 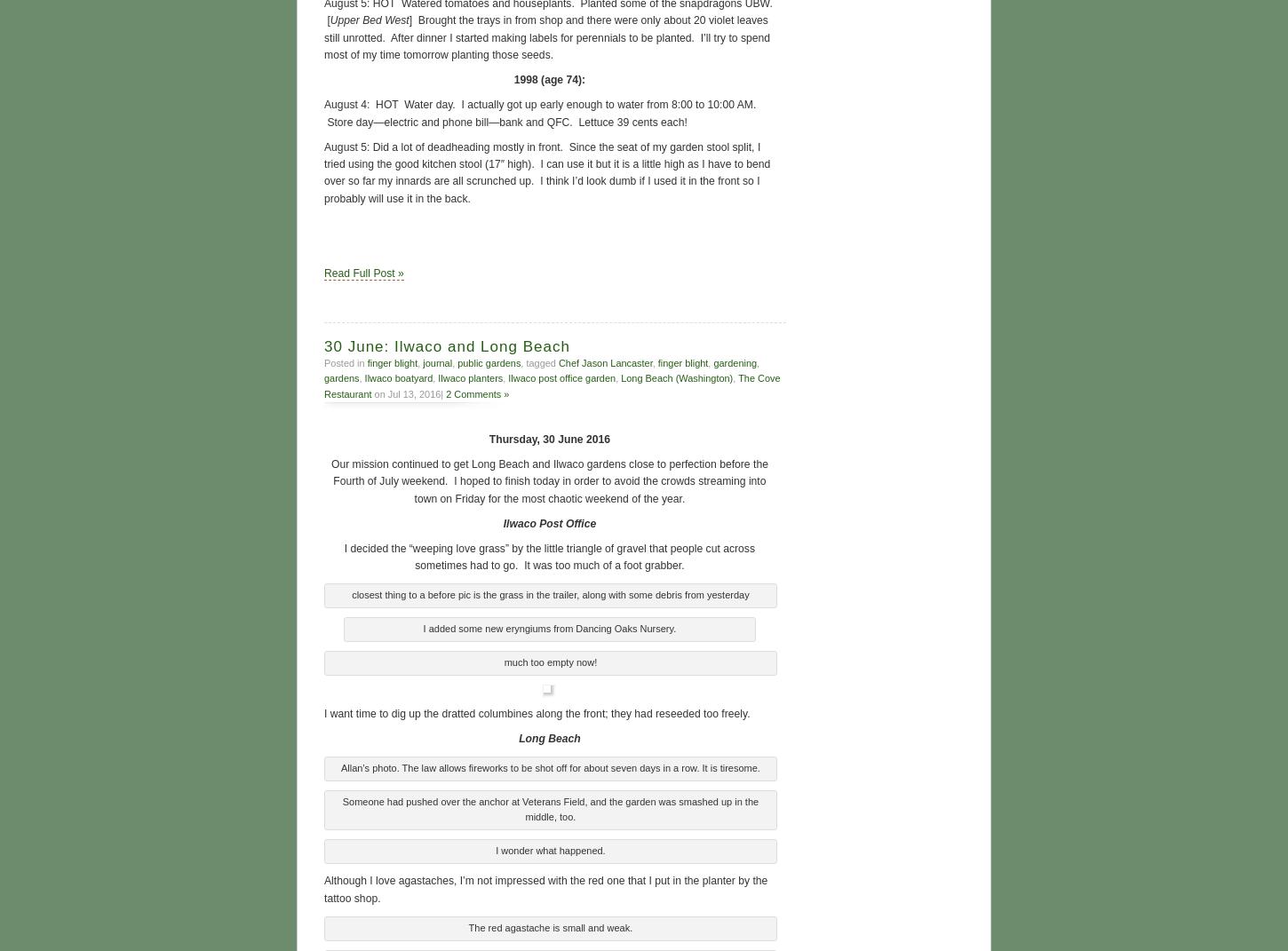 What do you see at coordinates (548, 521) in the screenshot?
I see `'Ilwaco Post Office'` at bounding box center [548, 521].